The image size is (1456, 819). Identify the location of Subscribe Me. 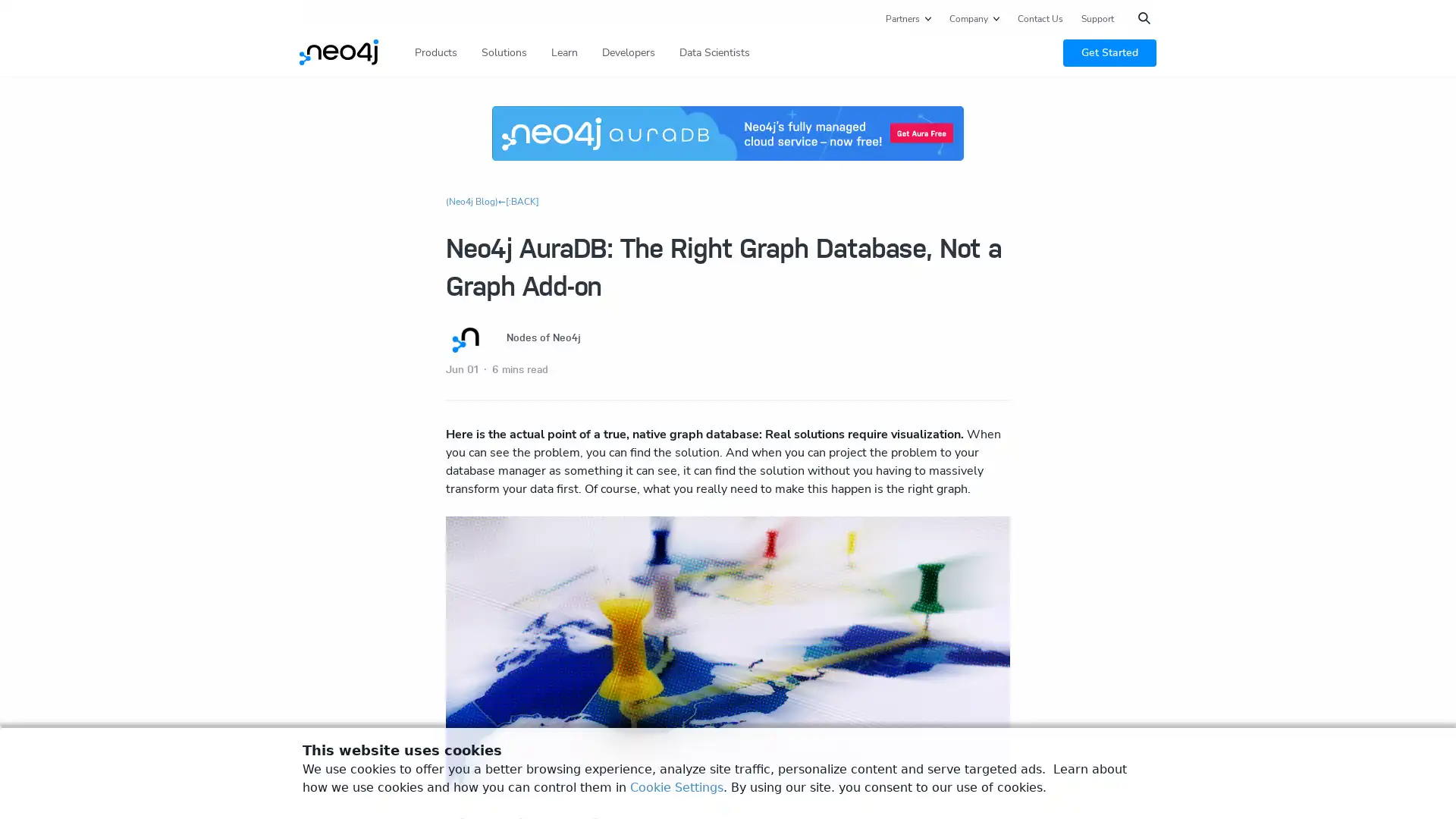
(1219, 304).